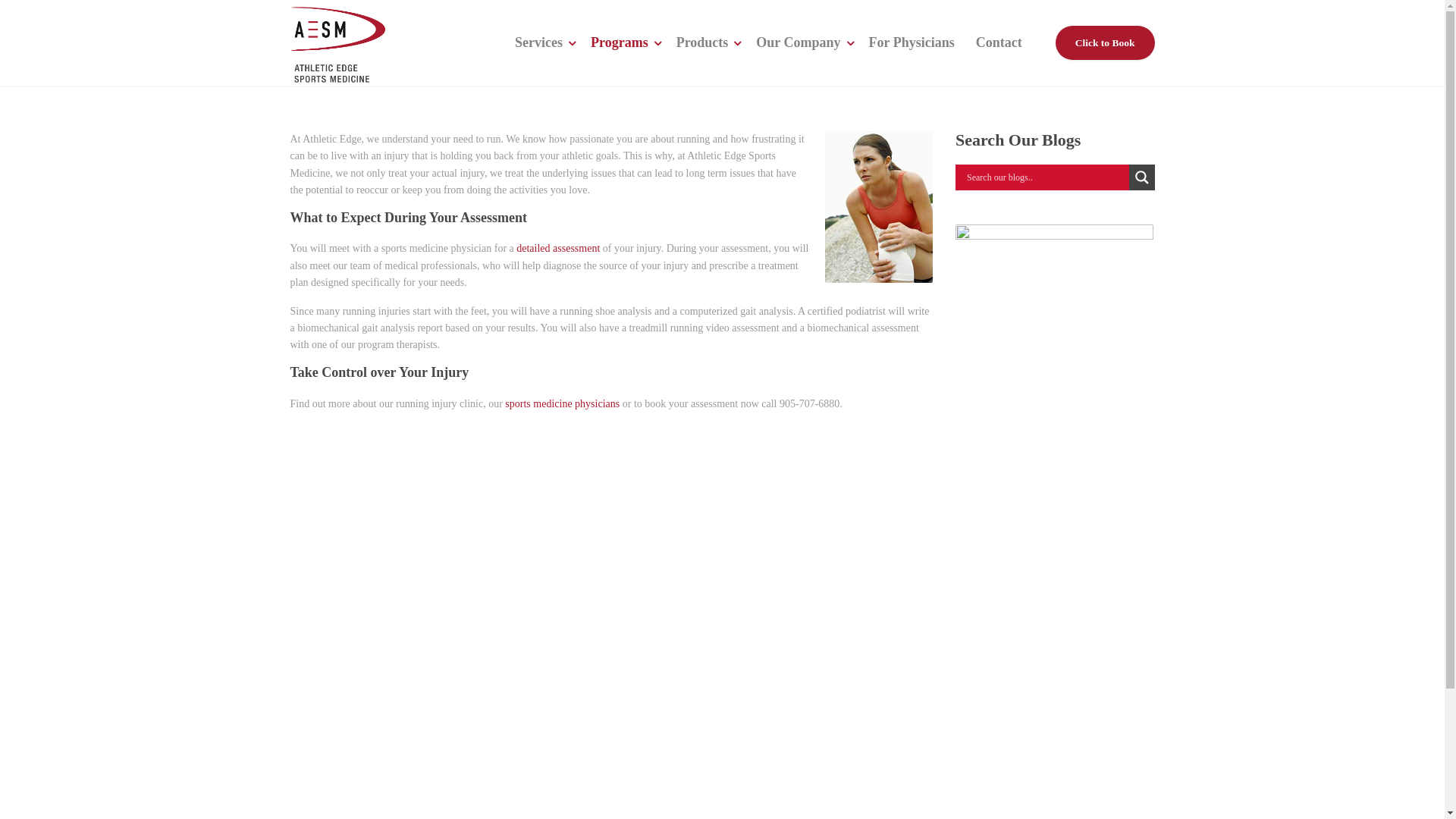 The width and height of the screenshot is (1456, 819). What do you see at coordinates (705, 42) in the screenshot?
I see `'Products'` at bounding box center [705, 42].